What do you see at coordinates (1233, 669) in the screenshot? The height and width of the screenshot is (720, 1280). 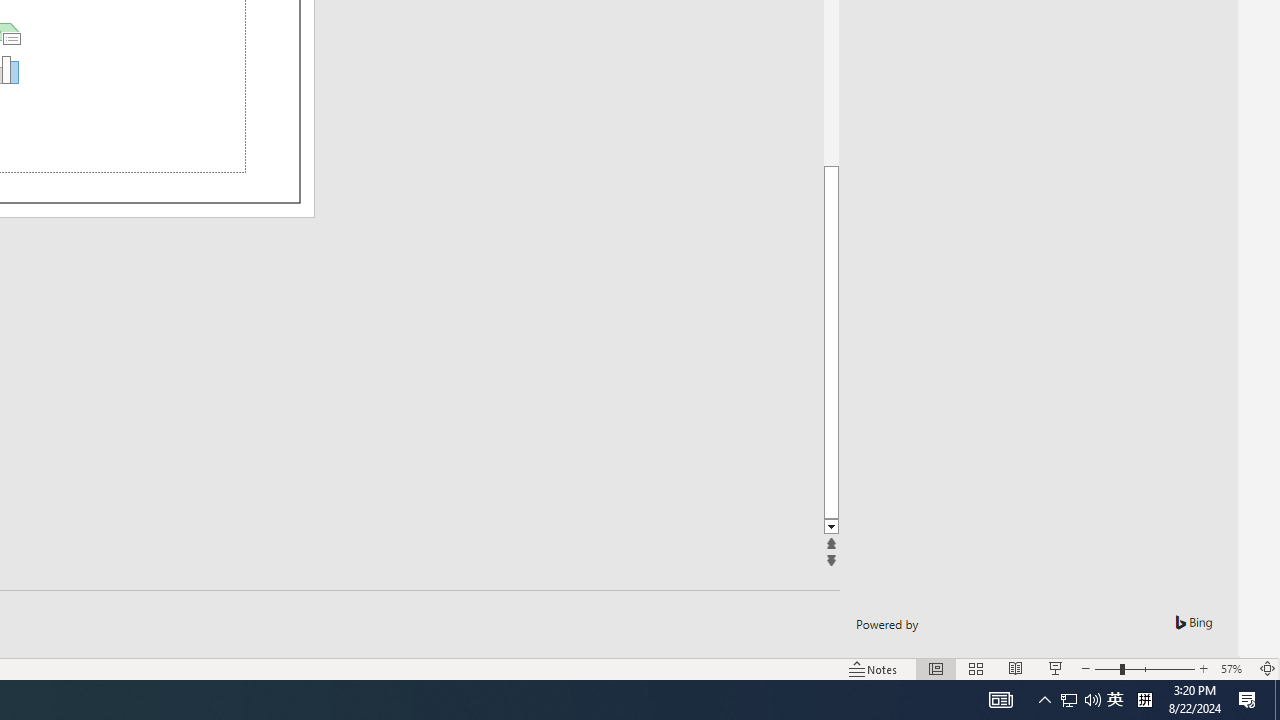 I see `'Zoom 57%'` at bounding box center [1233, 669].